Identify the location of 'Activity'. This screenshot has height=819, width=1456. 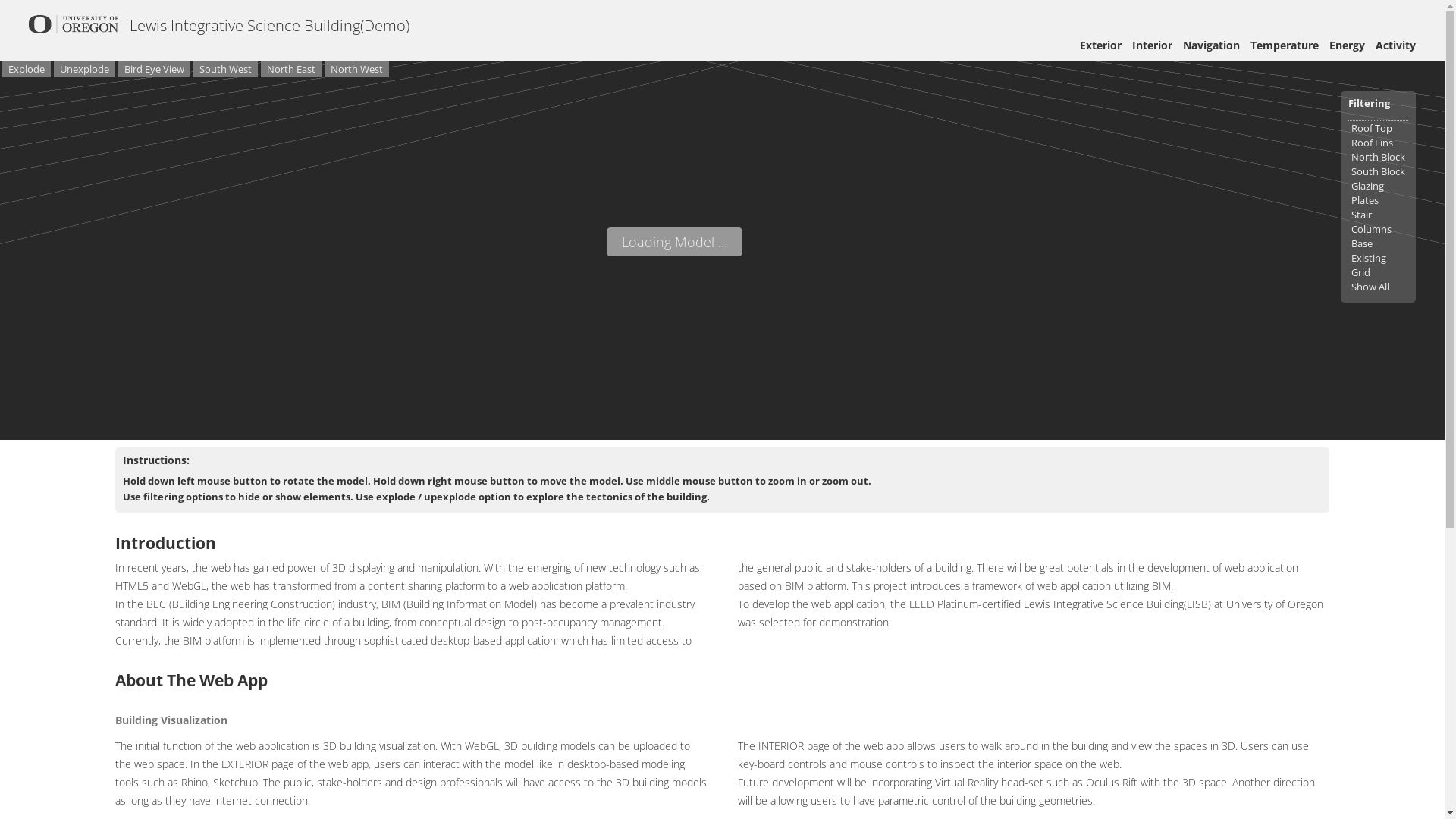
(1376, 44).